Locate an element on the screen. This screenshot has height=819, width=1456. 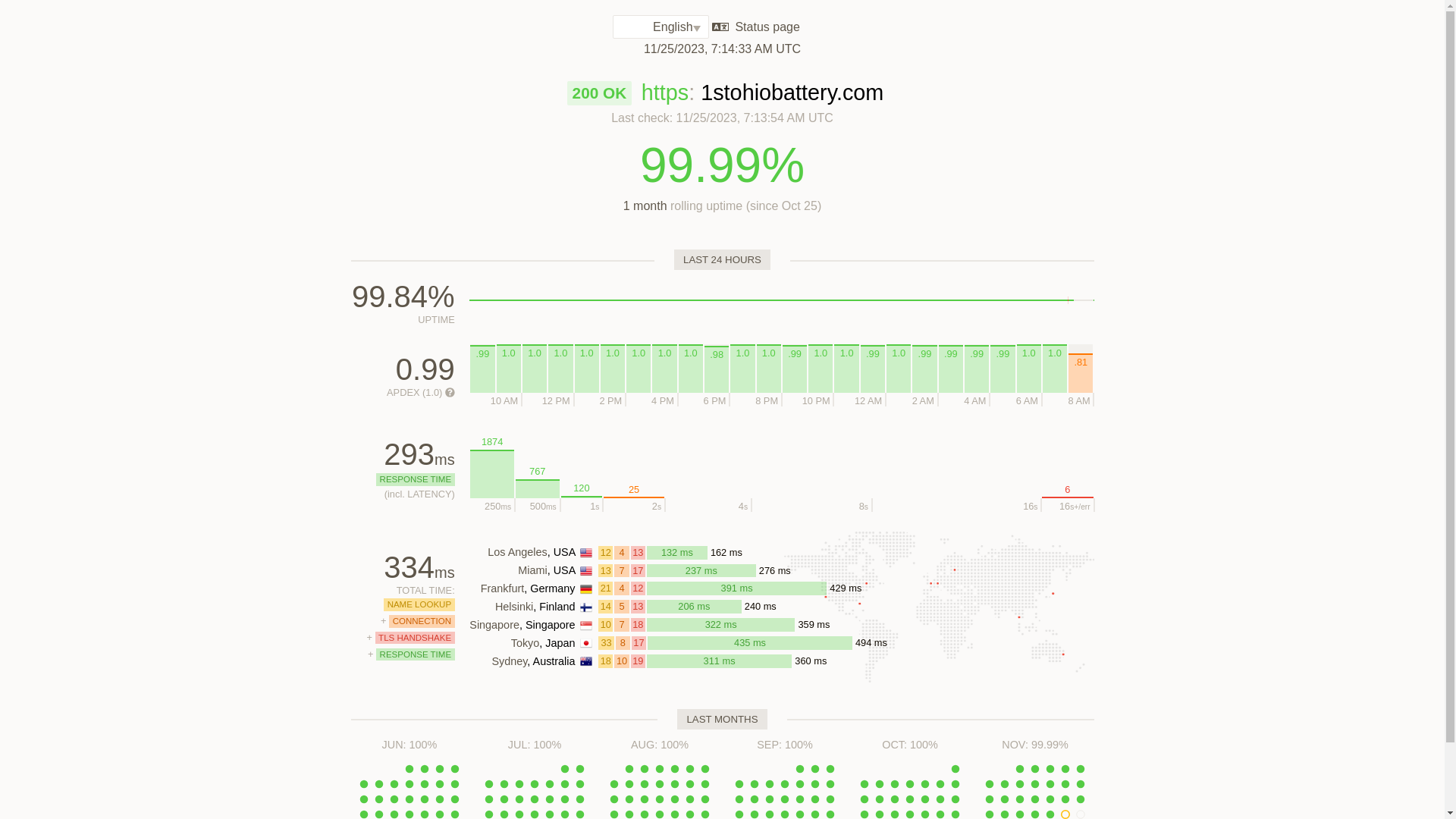
'<small>Jun 12:</small> No downtime' is located at coordinates (364, 798).